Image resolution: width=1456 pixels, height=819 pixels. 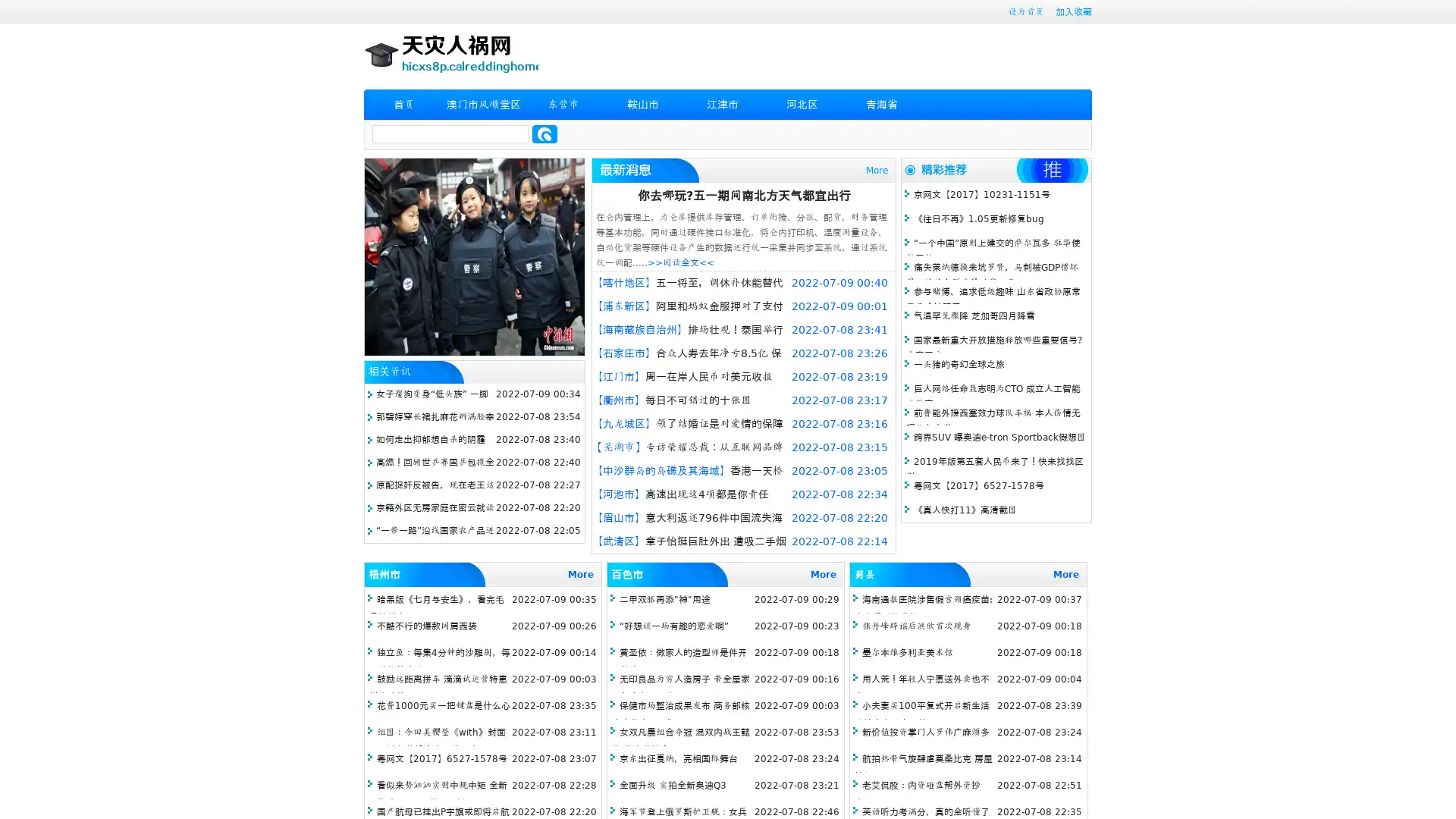 I want to click on Search, so click(x=544, y=133).